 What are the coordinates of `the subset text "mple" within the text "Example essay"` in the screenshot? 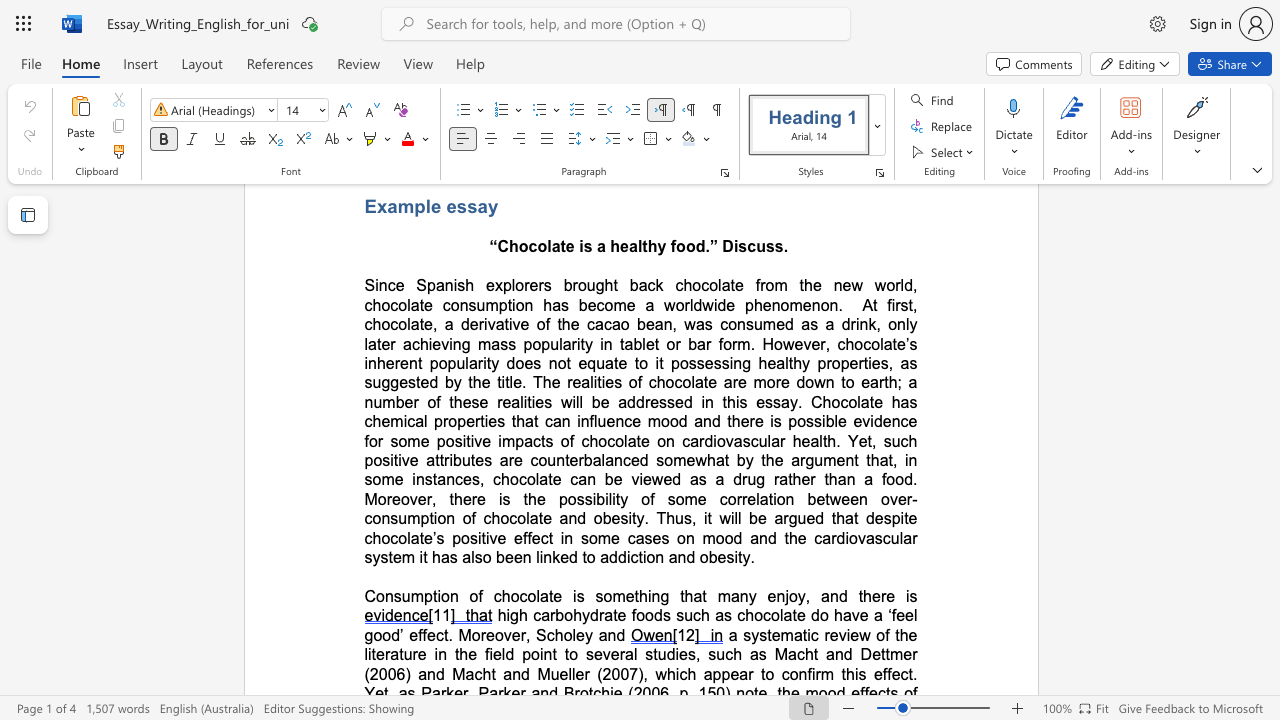 It's located at (397, 206).